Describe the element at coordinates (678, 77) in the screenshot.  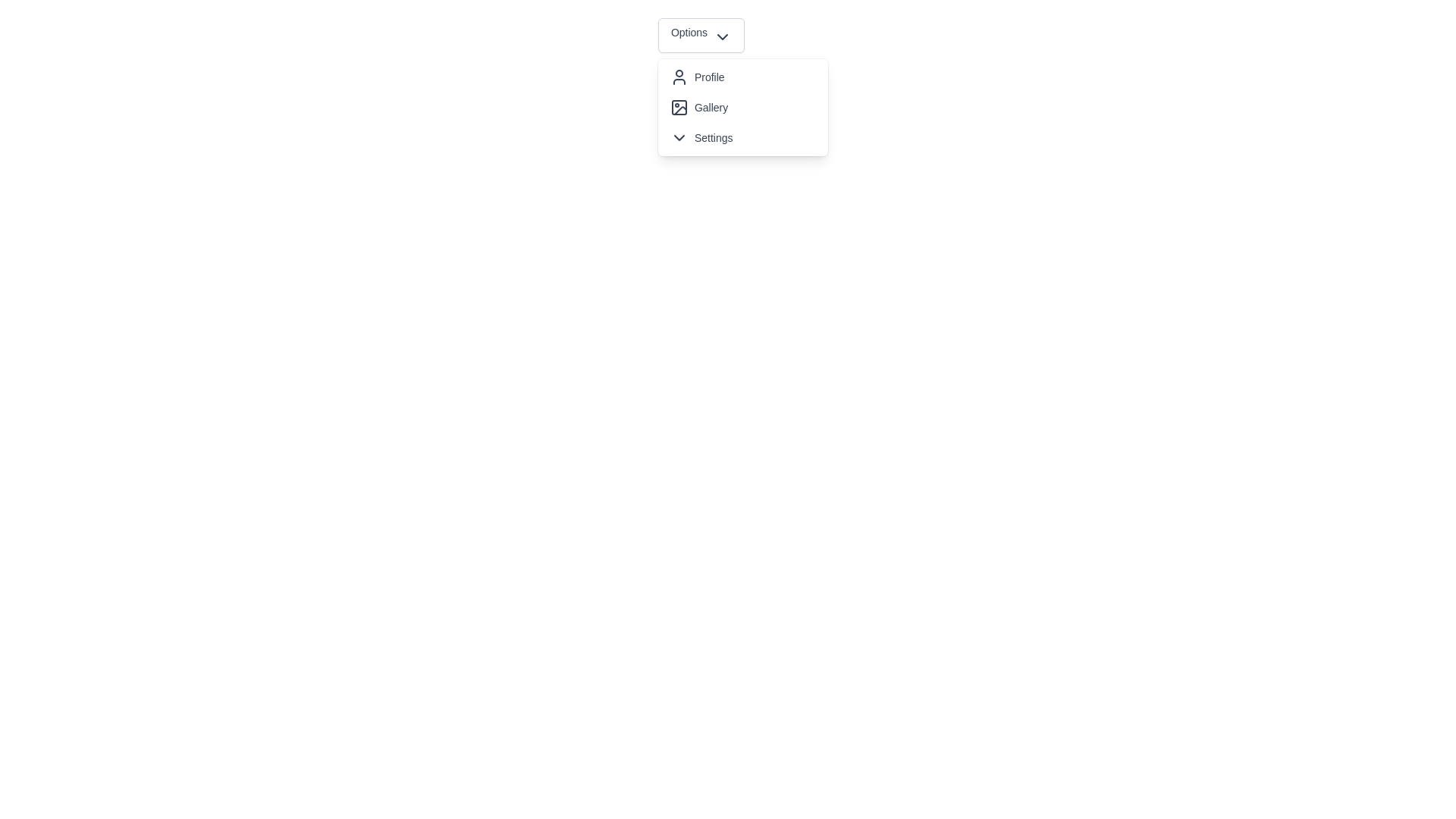
I see `the 'Profile' icon in the dropdown menu, which visually represents the 'Profile' section and is located to the left of the text 'Profile'` at that location.